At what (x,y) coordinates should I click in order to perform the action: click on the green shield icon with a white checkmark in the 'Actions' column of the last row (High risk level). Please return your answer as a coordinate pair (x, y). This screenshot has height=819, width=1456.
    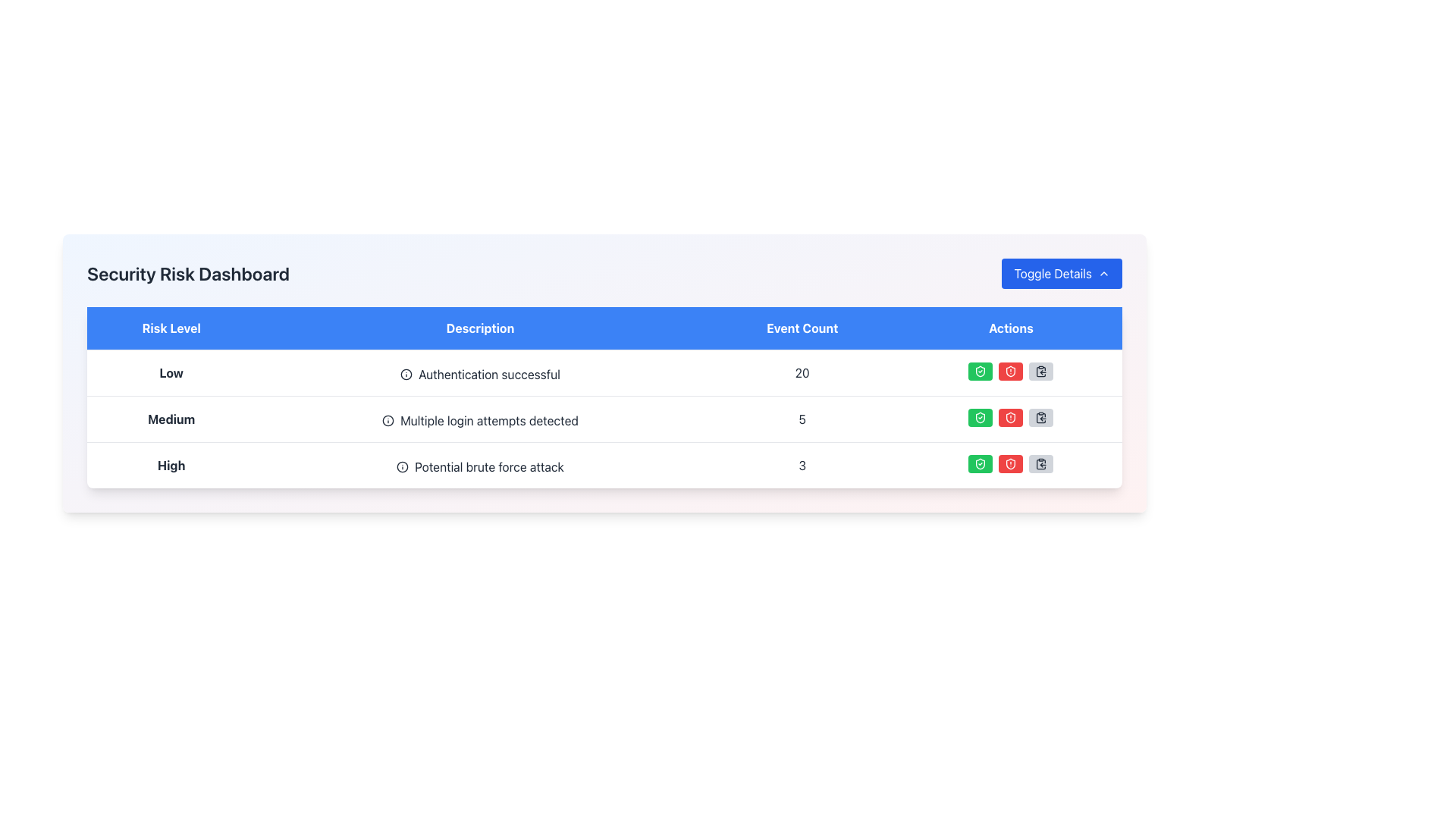
    Looking at the image, I should click on (981, 418).